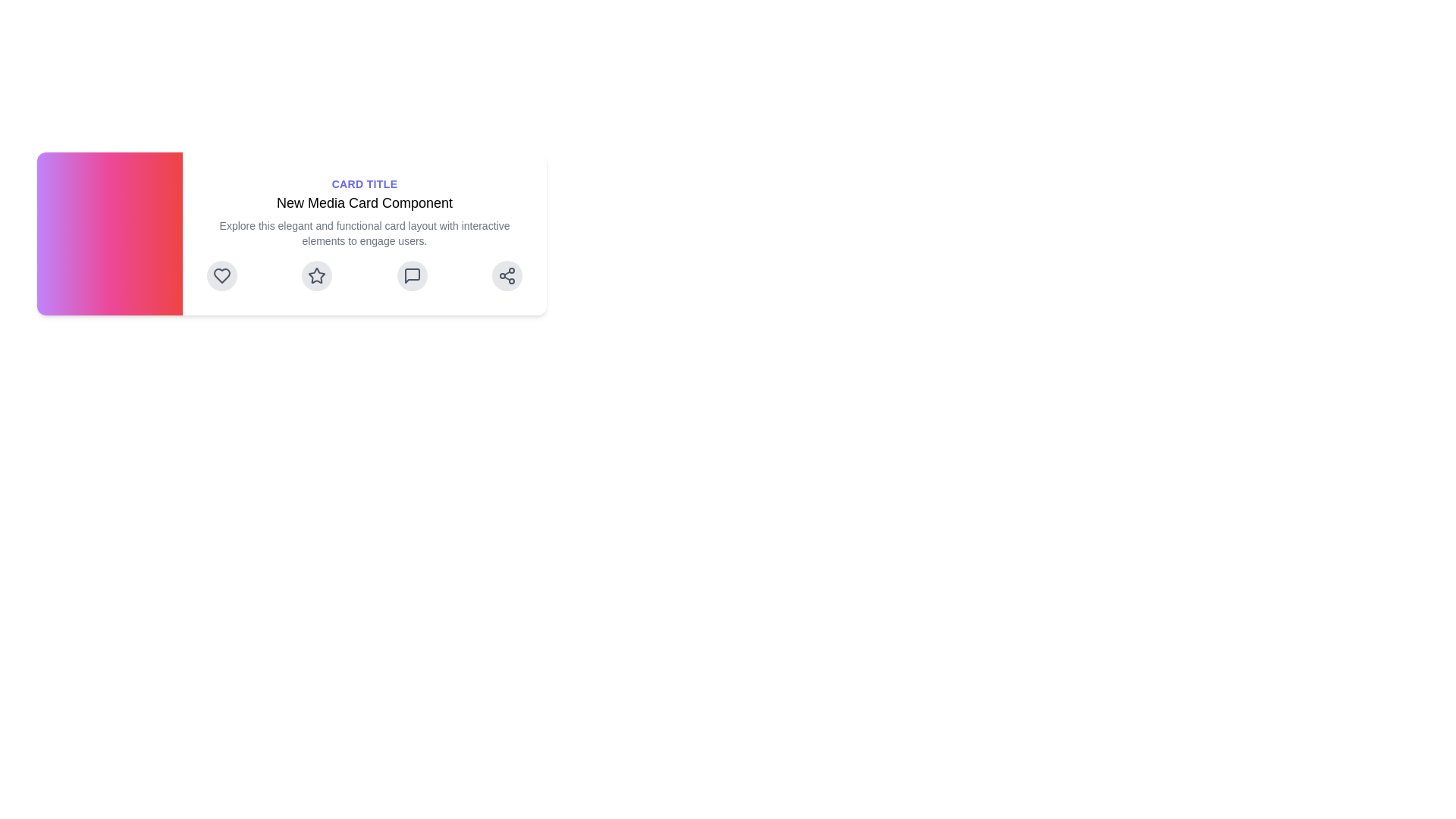 This screenshot has width=1456, height=819. I want to click on the Heart icon, which is the leftmost icon in a row of four icons under a text card, so click(221, 275).